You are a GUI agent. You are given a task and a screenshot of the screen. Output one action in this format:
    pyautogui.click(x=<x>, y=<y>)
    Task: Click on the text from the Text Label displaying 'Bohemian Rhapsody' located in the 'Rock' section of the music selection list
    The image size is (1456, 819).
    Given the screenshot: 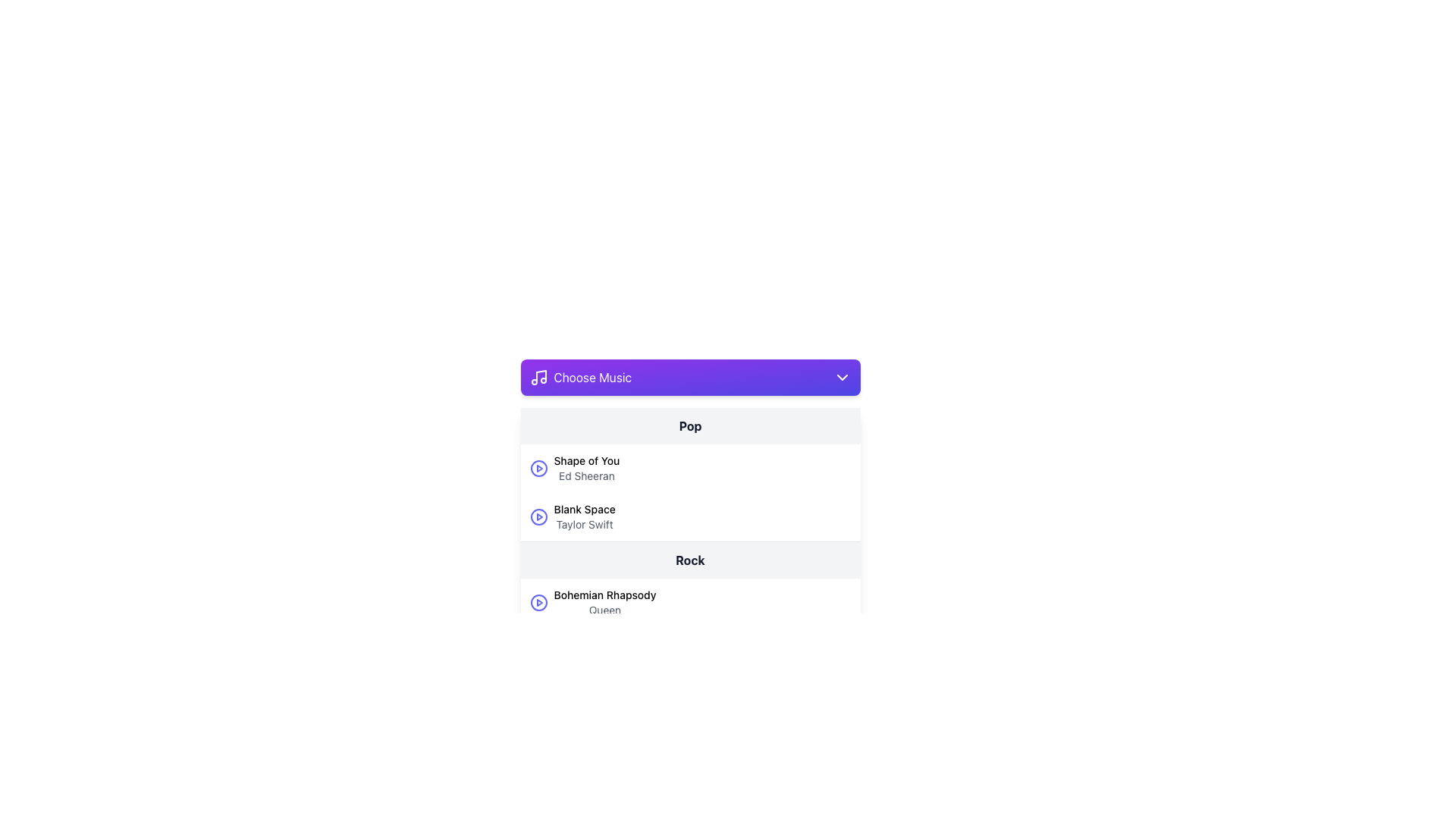 What is the action you would take?
    pyautogui.click(x=604, y=595)
    